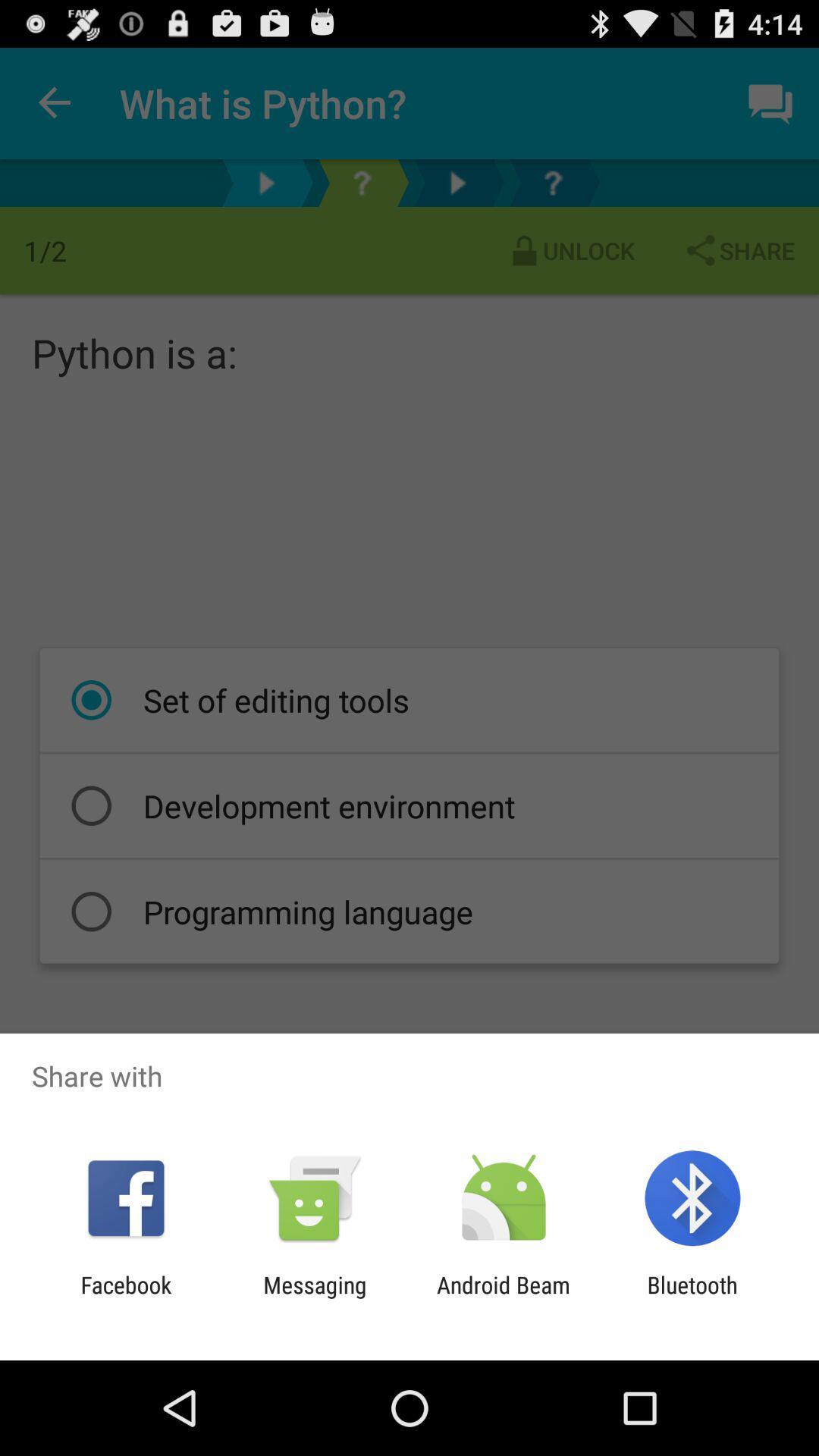 This screenshot has width=819, height=1456. What do you see at coordinates (504, 1298) in the screenshot?
I see `the android beam icon` at bounding box center [504, 1298].